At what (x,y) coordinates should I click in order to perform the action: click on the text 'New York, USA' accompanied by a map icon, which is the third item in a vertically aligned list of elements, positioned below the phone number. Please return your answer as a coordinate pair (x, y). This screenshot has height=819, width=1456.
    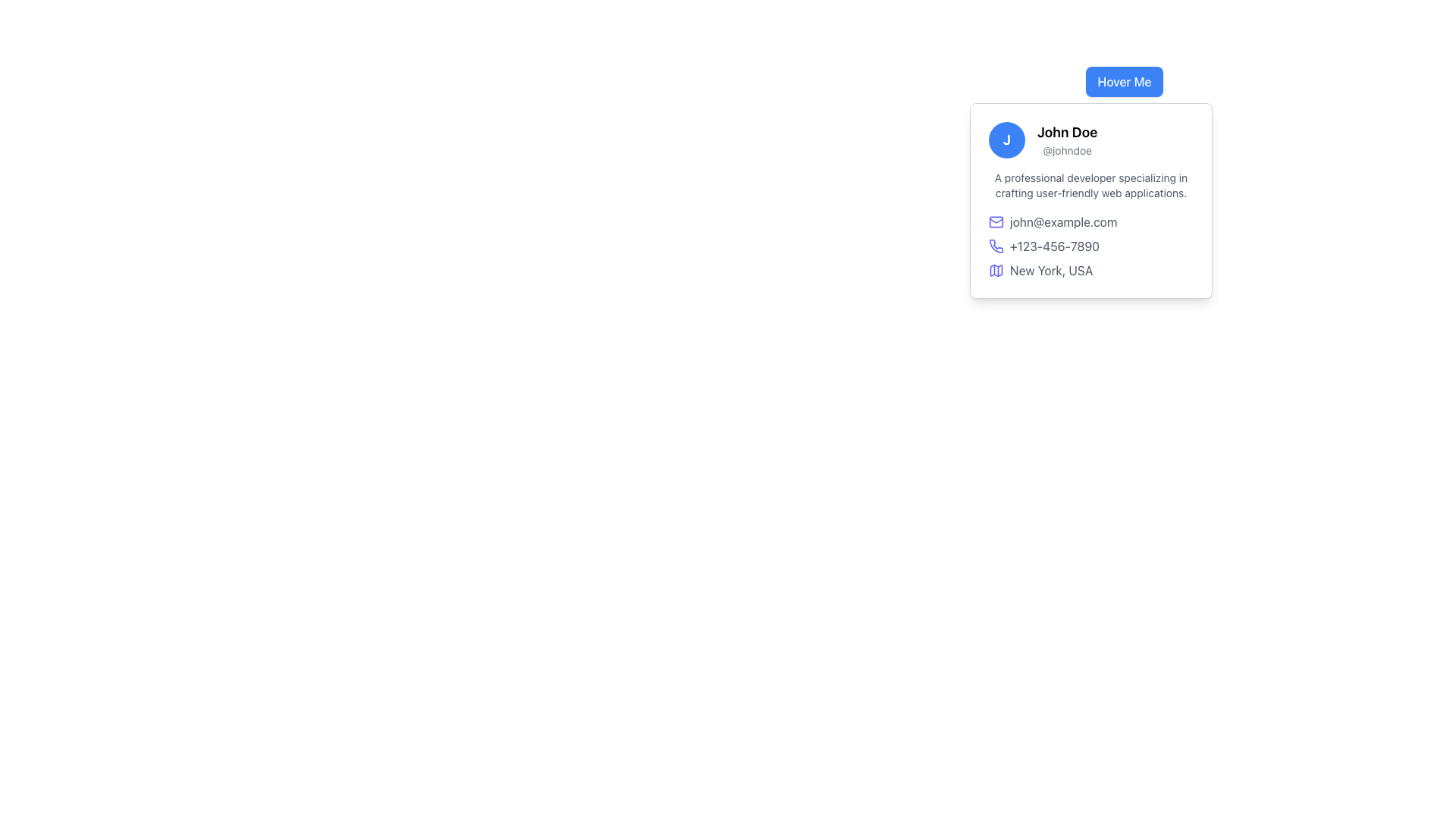
    Looking at the image, I should click on (1090, 270).